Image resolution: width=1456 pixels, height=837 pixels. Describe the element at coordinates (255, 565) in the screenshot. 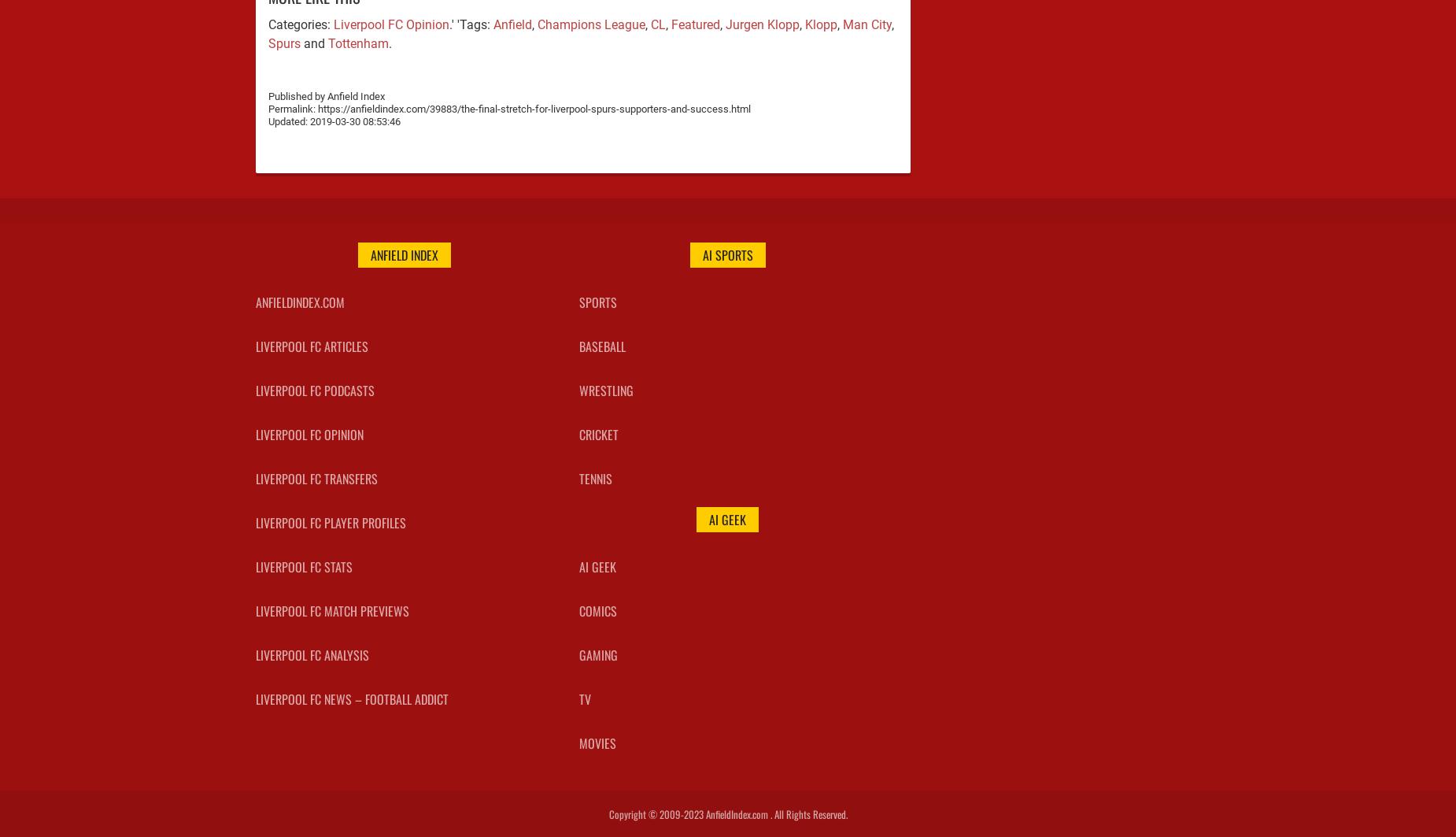

I see `'Liverpool FC Stats'` at that location.